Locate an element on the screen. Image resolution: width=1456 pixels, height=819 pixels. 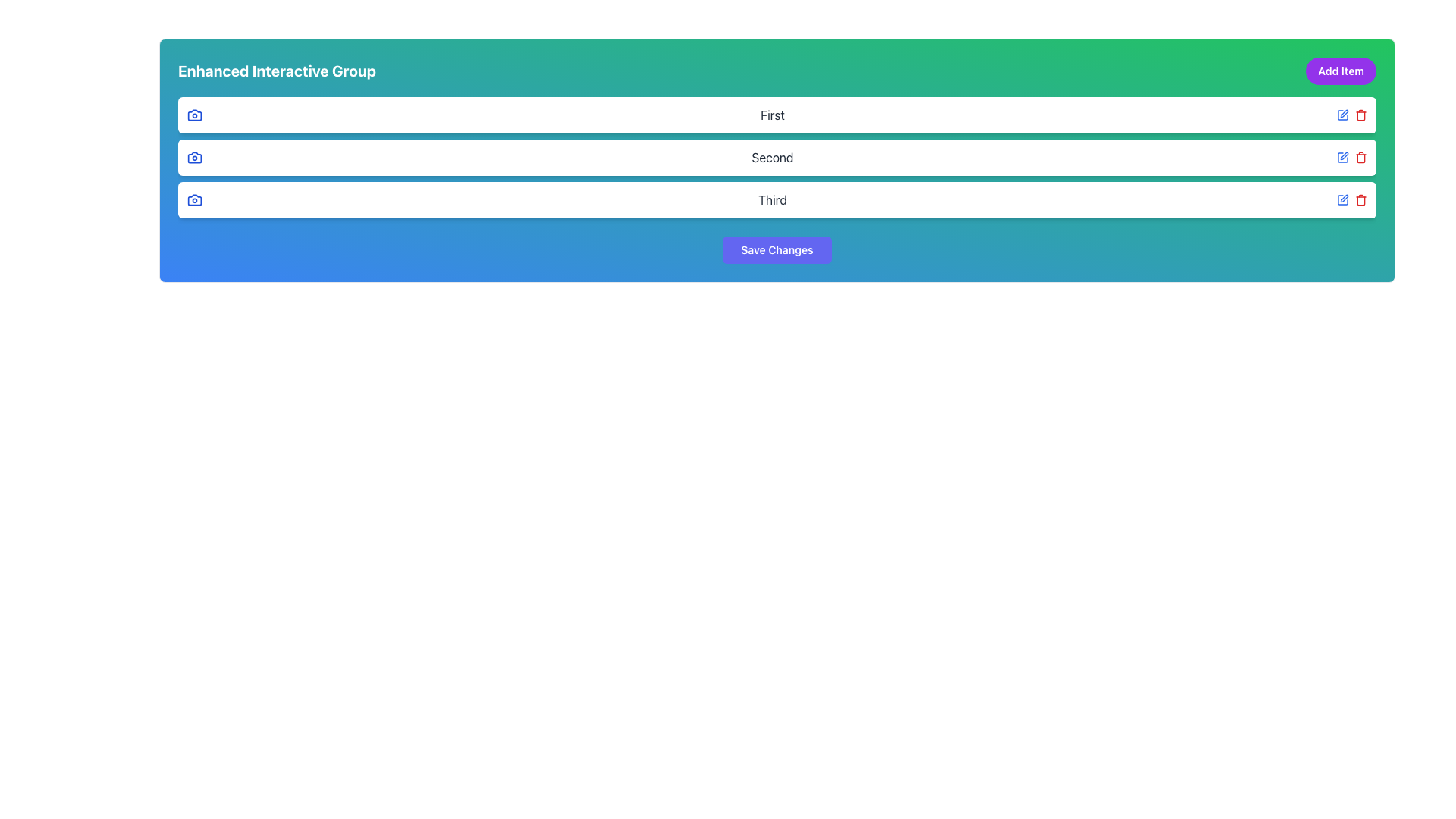
the camera icon in the second row of the list, which represents the outer body of the camera, located directly before the text 'Second' is located at coordinates (194, 158).